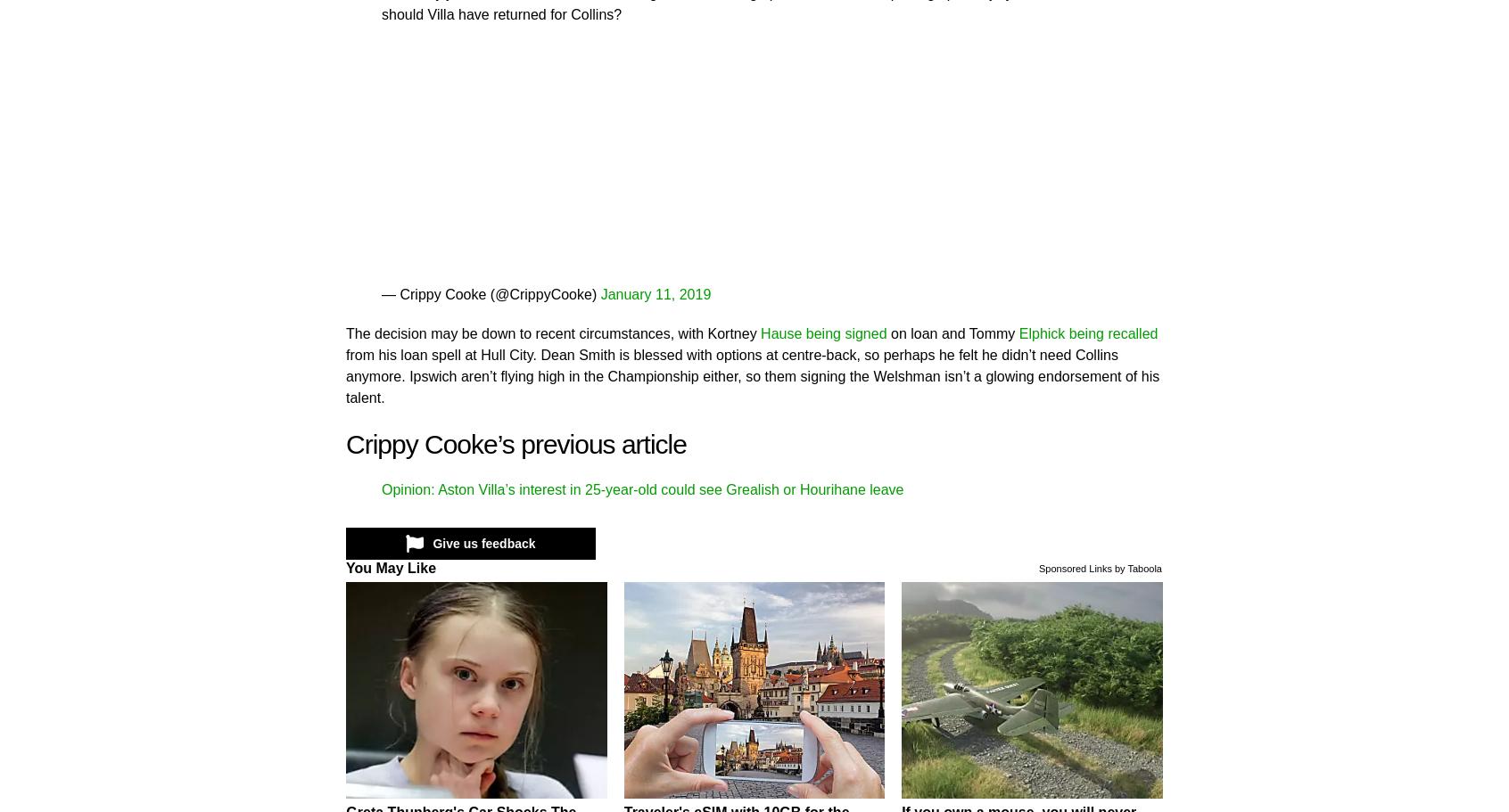 The image size is (1509, 812). What do you see at coordinates (491, 292) in the screenshot?
I see `'— Crippy Cooke (@CrippyCooke)'` at bounding box center [491, 292].